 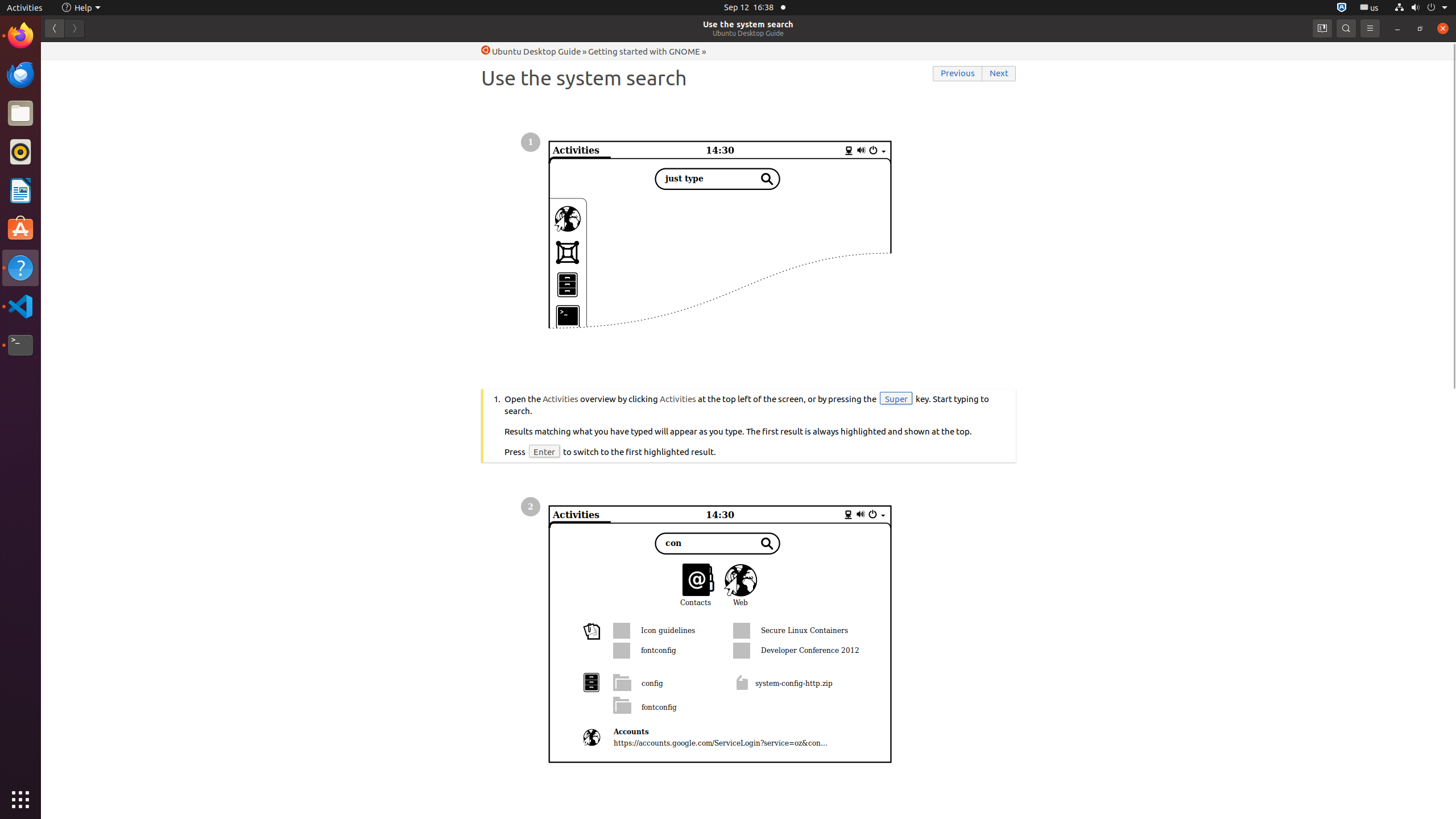 I want to click on 'Firefox Web Browser', so click(x=20, y=35).